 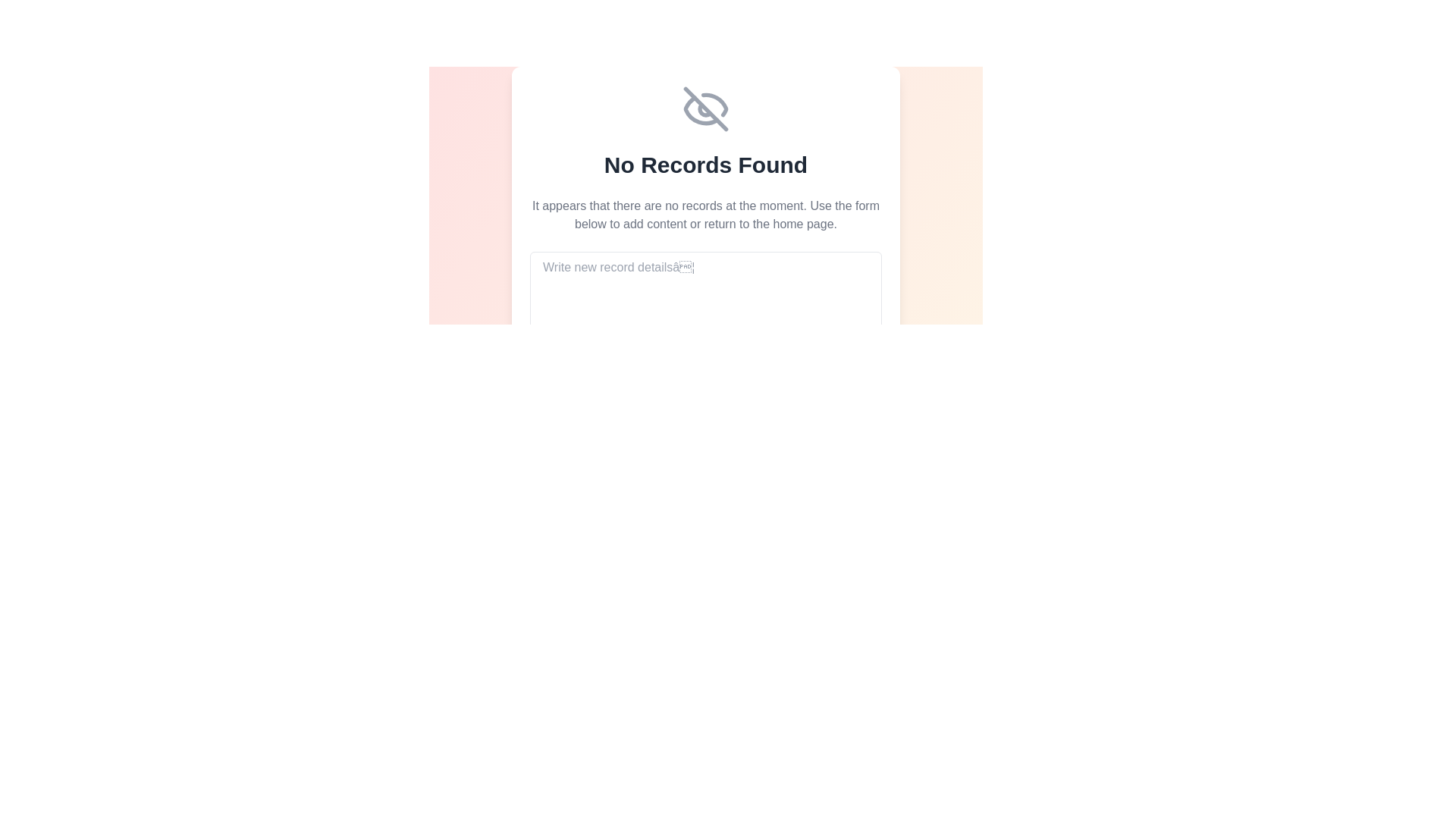 What do you see at coordinates (705, 165) in the screenshot?
I see `the informational text label that indicates there are no records currently available, which is positioned below an eye-slash icon and above a description text block` at bounding box center [705, 165].